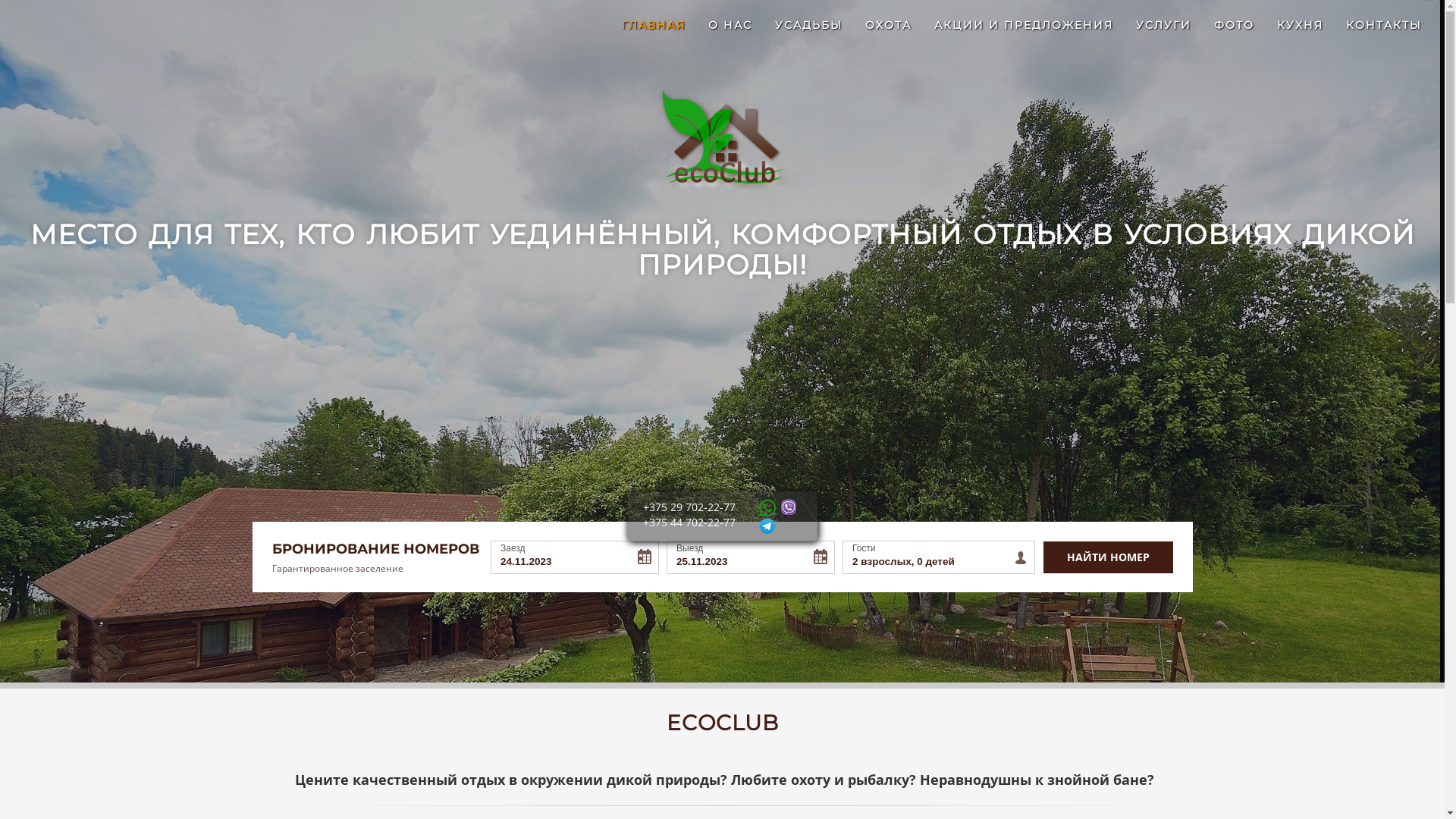 The image size is (1456, 819). Describe the element at coordinates (688, 521) in the screenshot. I see `'+375 44 702-22-77'` at that location.